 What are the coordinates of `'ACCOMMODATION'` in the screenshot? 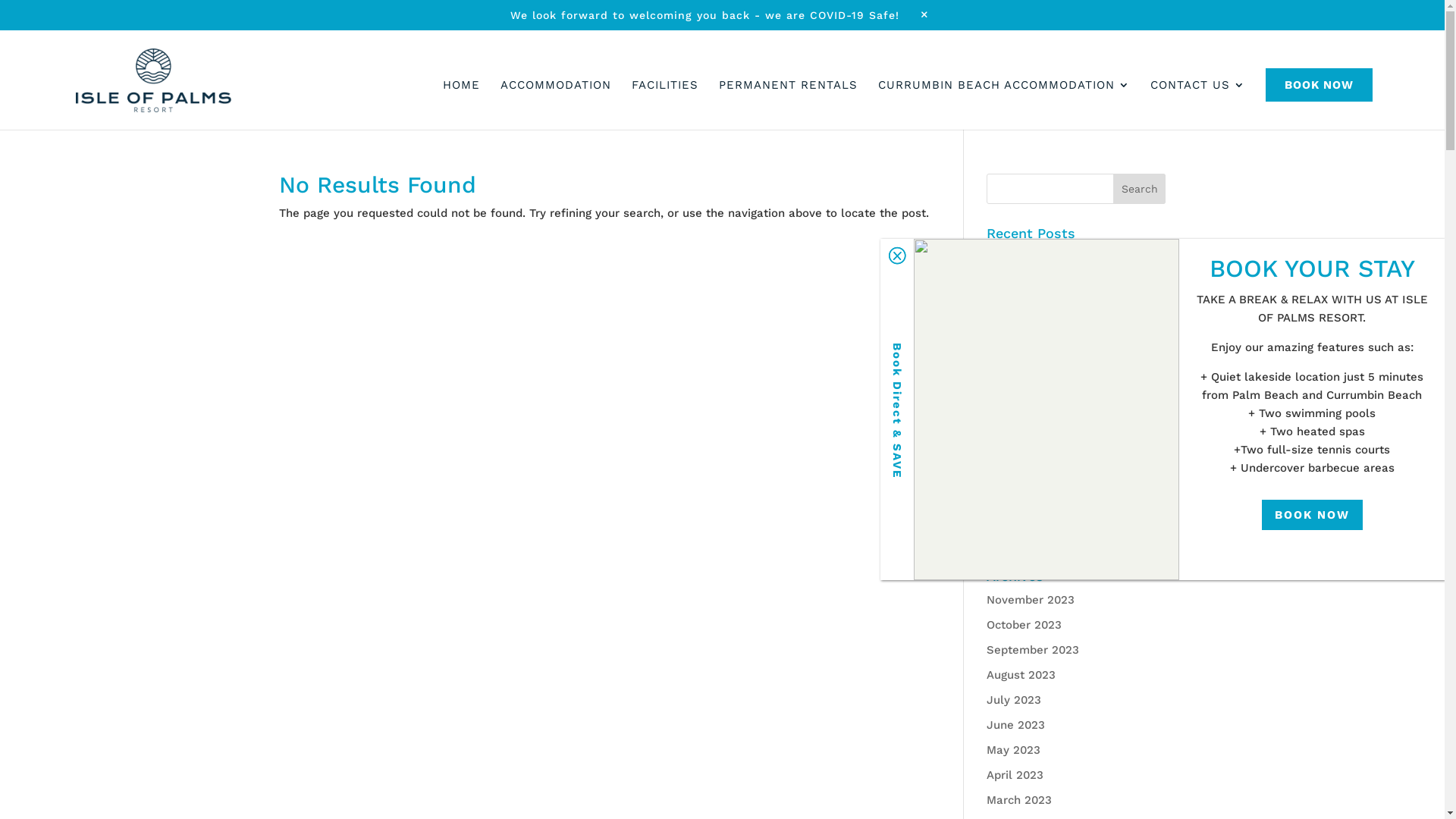 It's located at (555, 93).